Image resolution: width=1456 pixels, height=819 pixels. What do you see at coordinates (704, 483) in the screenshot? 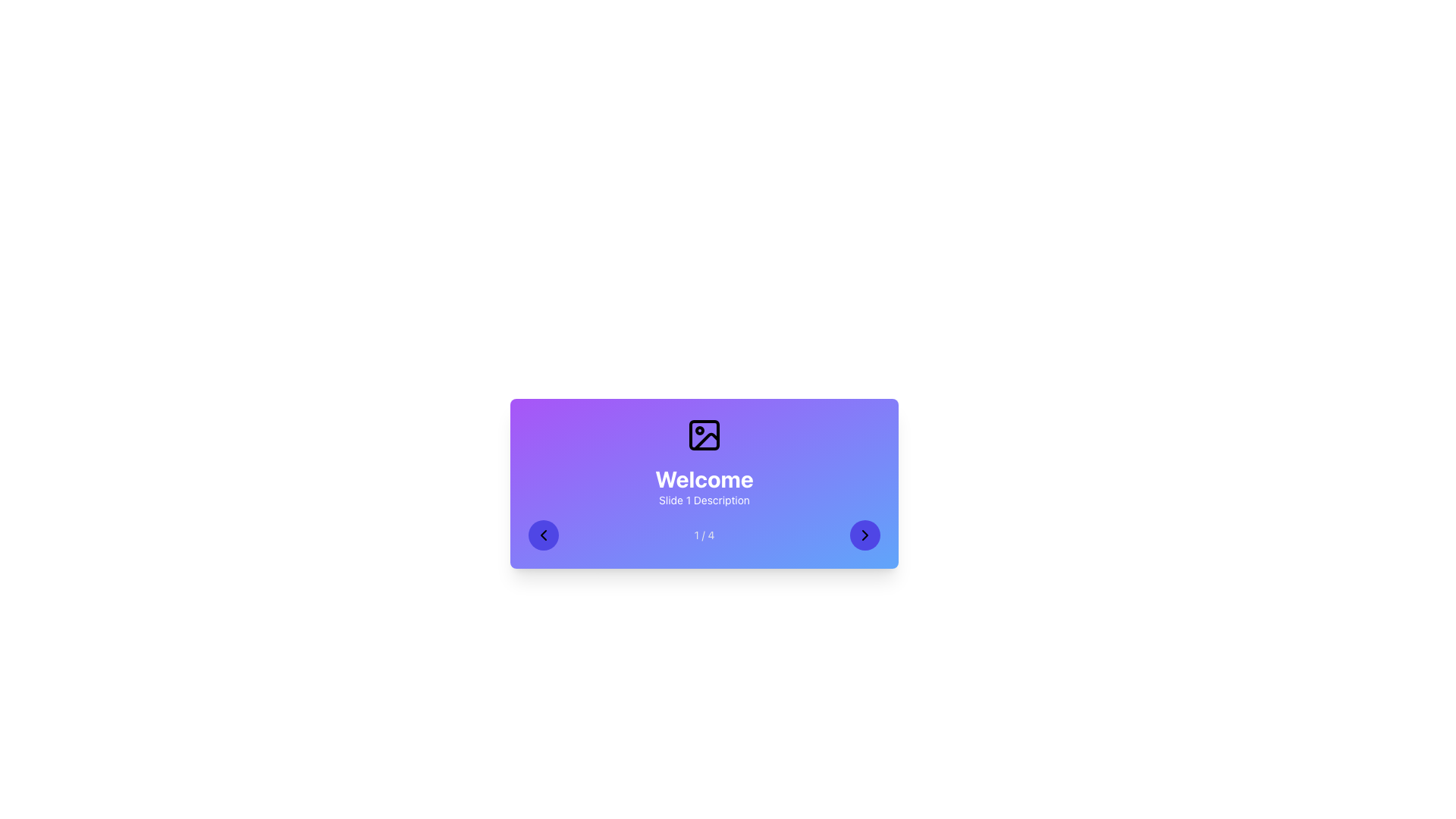
I see `the central area of the Card element that displays the title and description of the current slide in the slideshow or carousel to interact with its embedded components` at bounding box center [704, 483].